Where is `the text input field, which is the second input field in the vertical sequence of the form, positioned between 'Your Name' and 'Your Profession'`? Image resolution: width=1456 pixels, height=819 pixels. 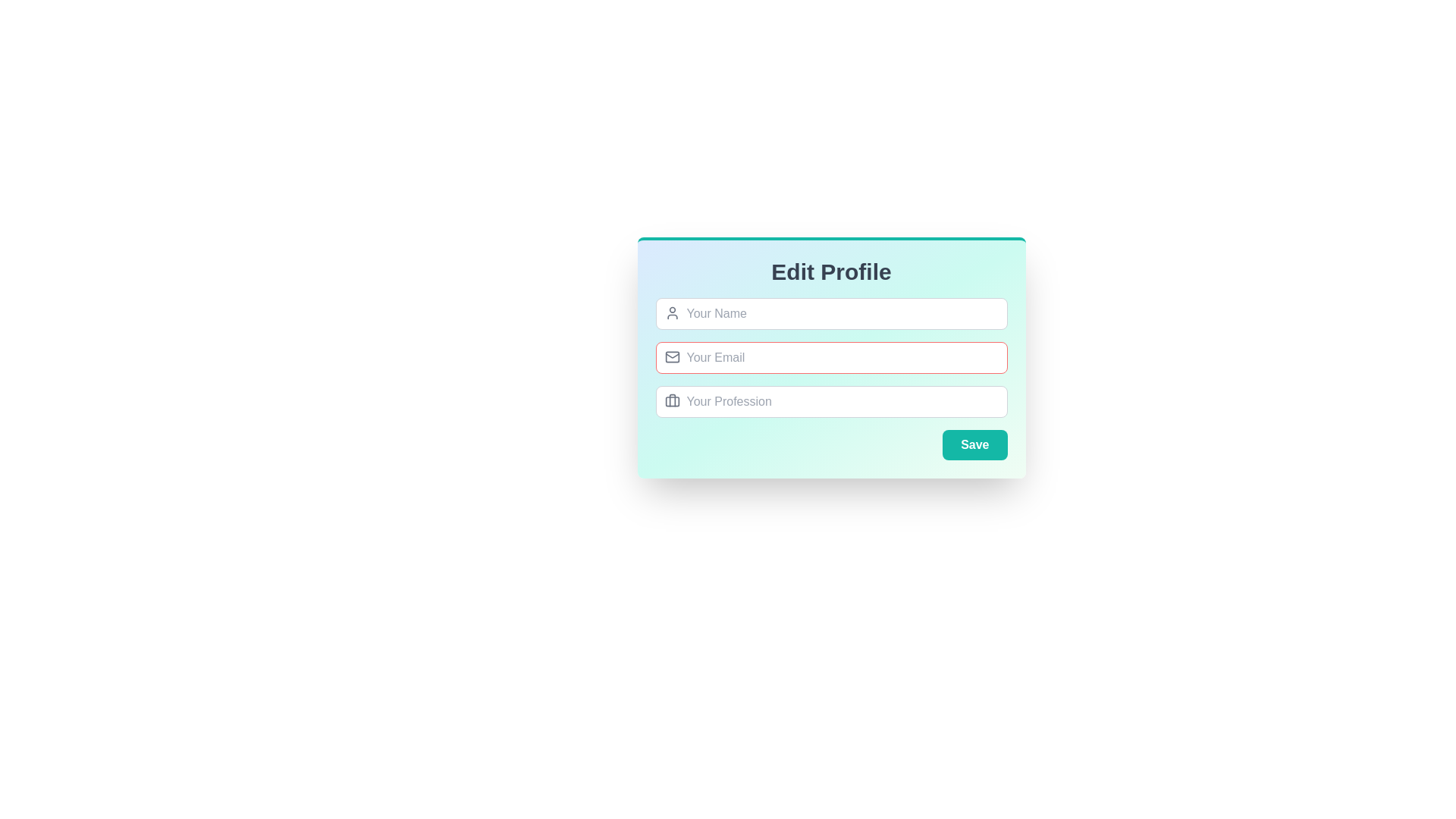 the text input field, which is the second input field in the vertical sequence of the form, positioned between 'Your Name' and 'Your Profession' is located at coordinates (830, 378).